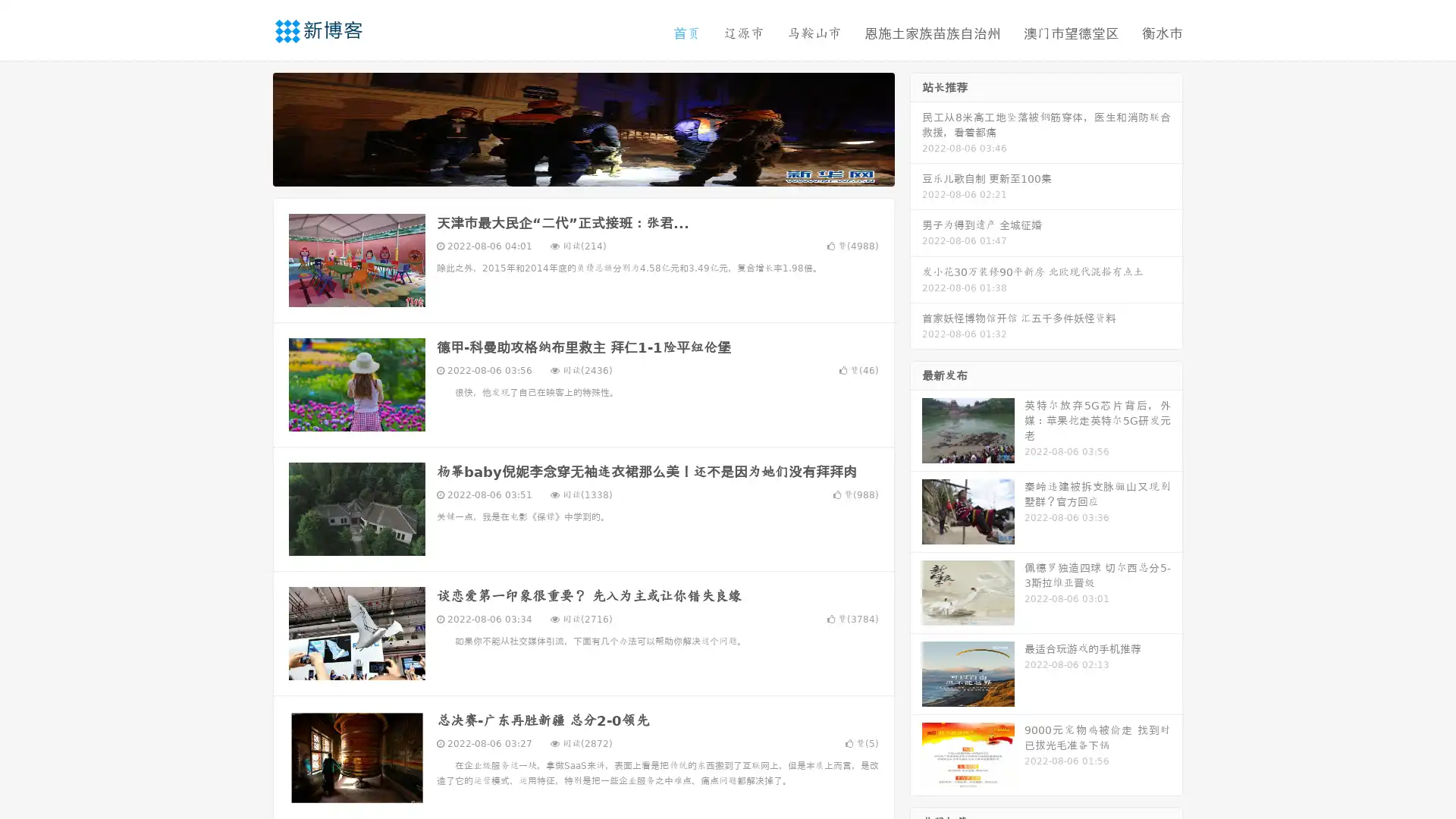 The height and width of the screenshot is (819, 1456). What do you see at coordinates (582, 171) in the screenshot?
I see `Go to slide 2` at bounding box center [582, 171].